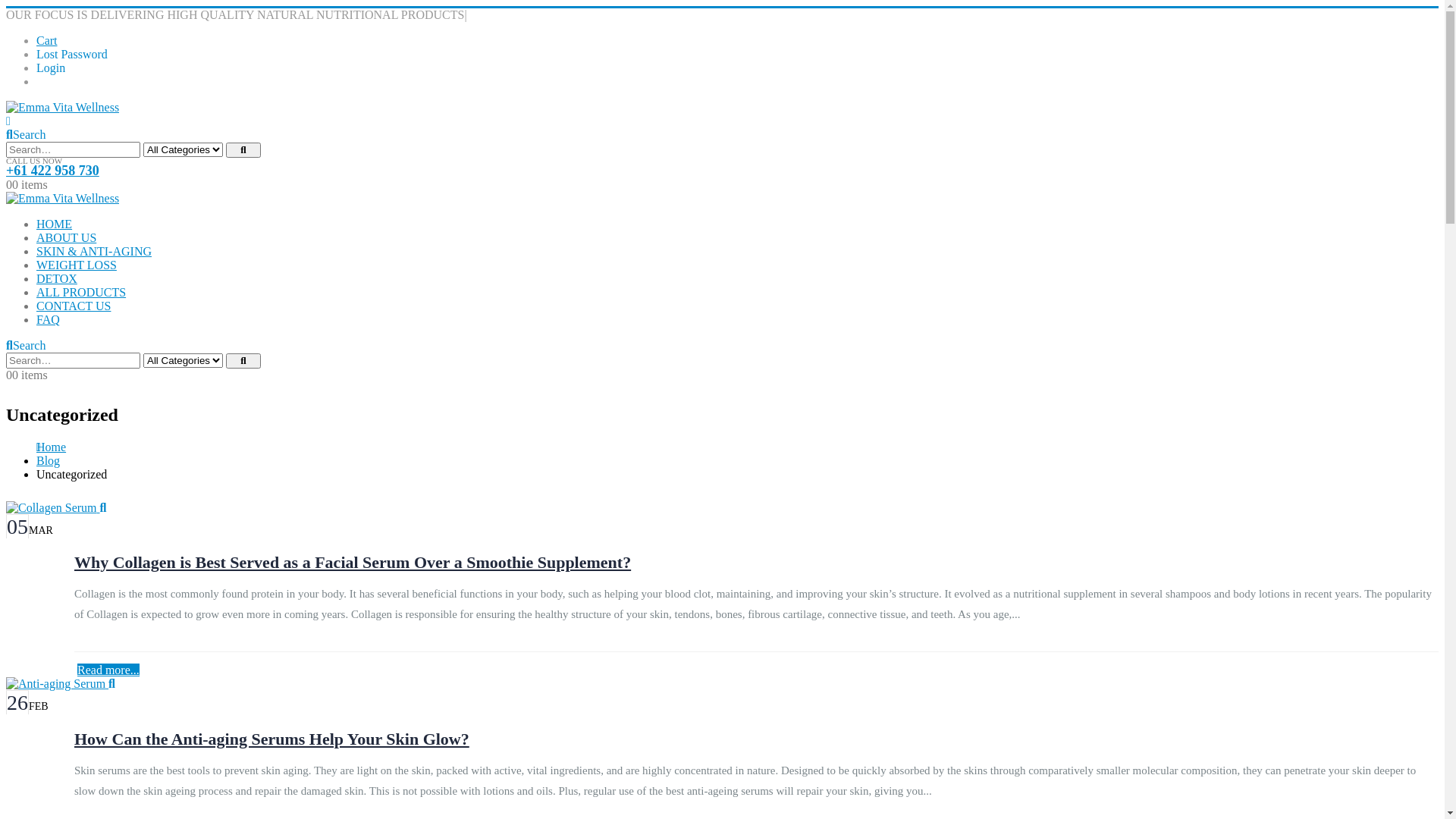 Image resolution: width=1456 pixels, height=819 pixels. What do you see at coordinates (61, 106) in the screenshot?
I see `'Emma Vita Wellness - Emma Vita Pvt. Ltd.'` at bounding box center [61, 106].